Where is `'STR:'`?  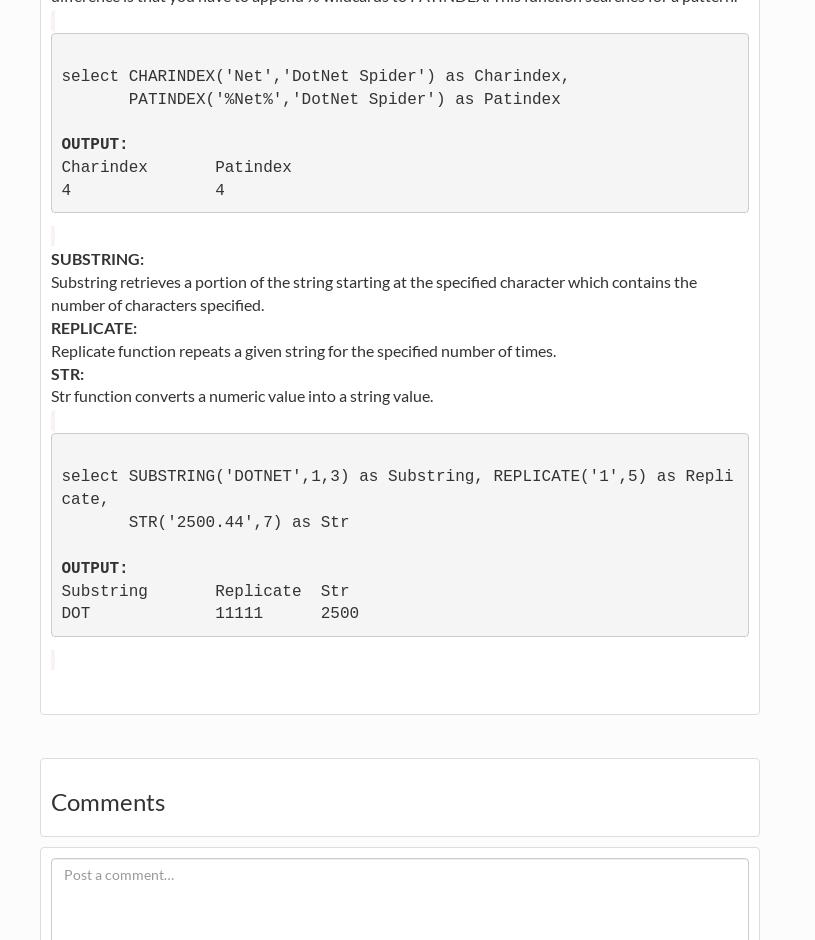 'STR:' is located at coordinates (50, 371).